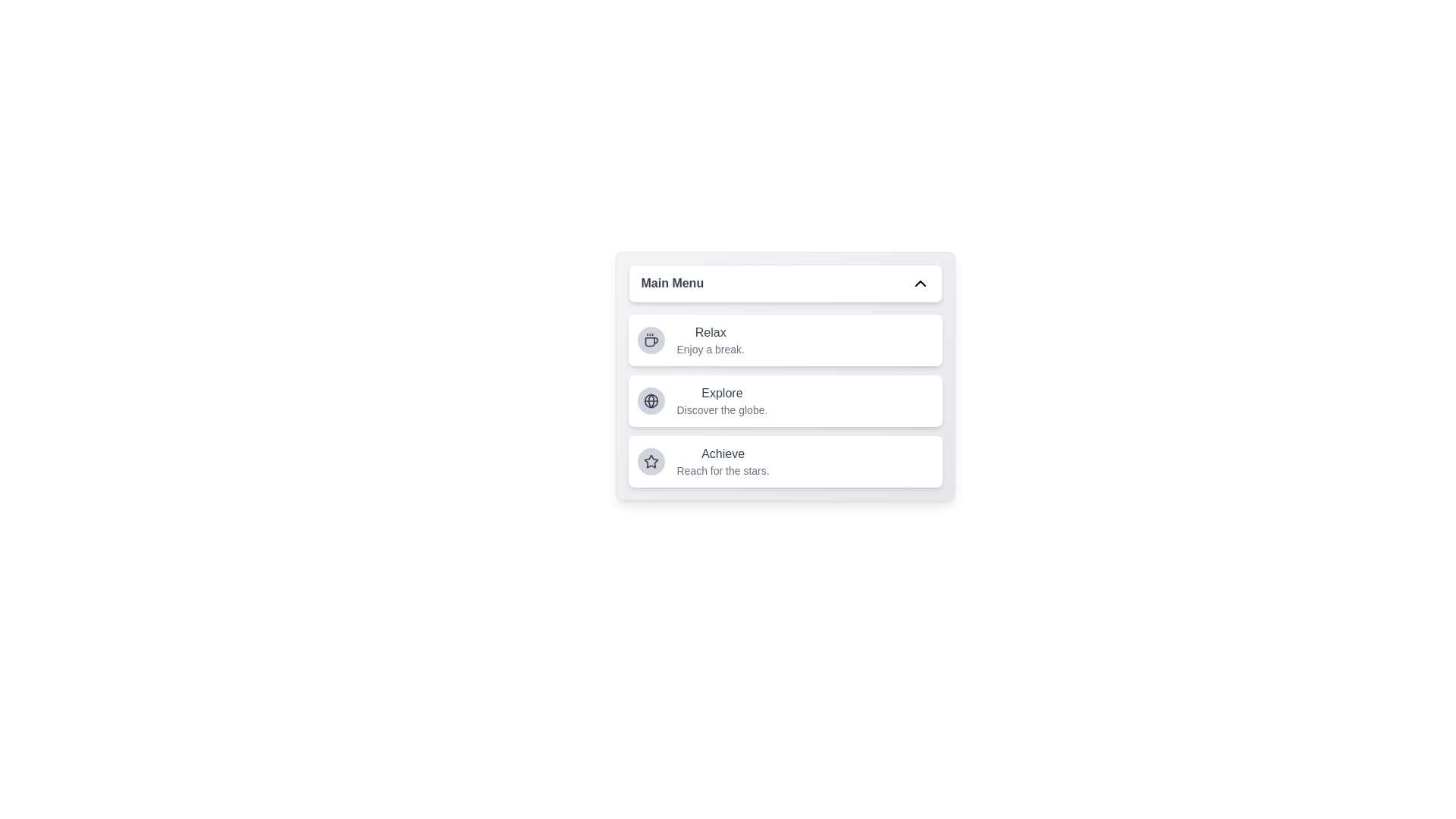 The height and width of the screenshot is (819, 1456). What do you see at coordinates (785, 339) in the screenshot?
I see `the menu item corresponding to Relax` at bounding box center [785, 339].